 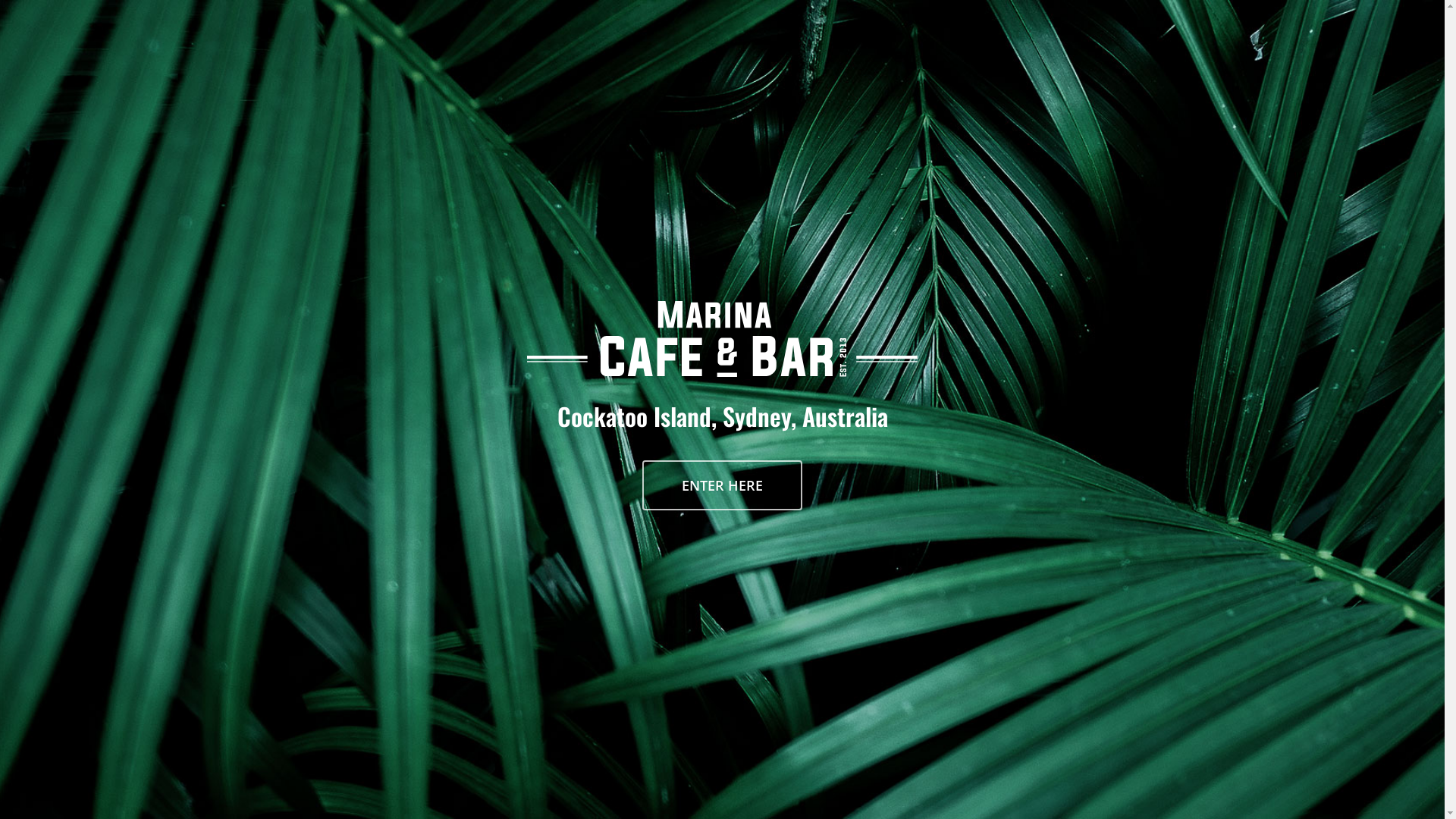 What do you see at coordinates (721, 485) in the screenshot?
I see `'ENTER HERE'` at bounding box center [721, 485].